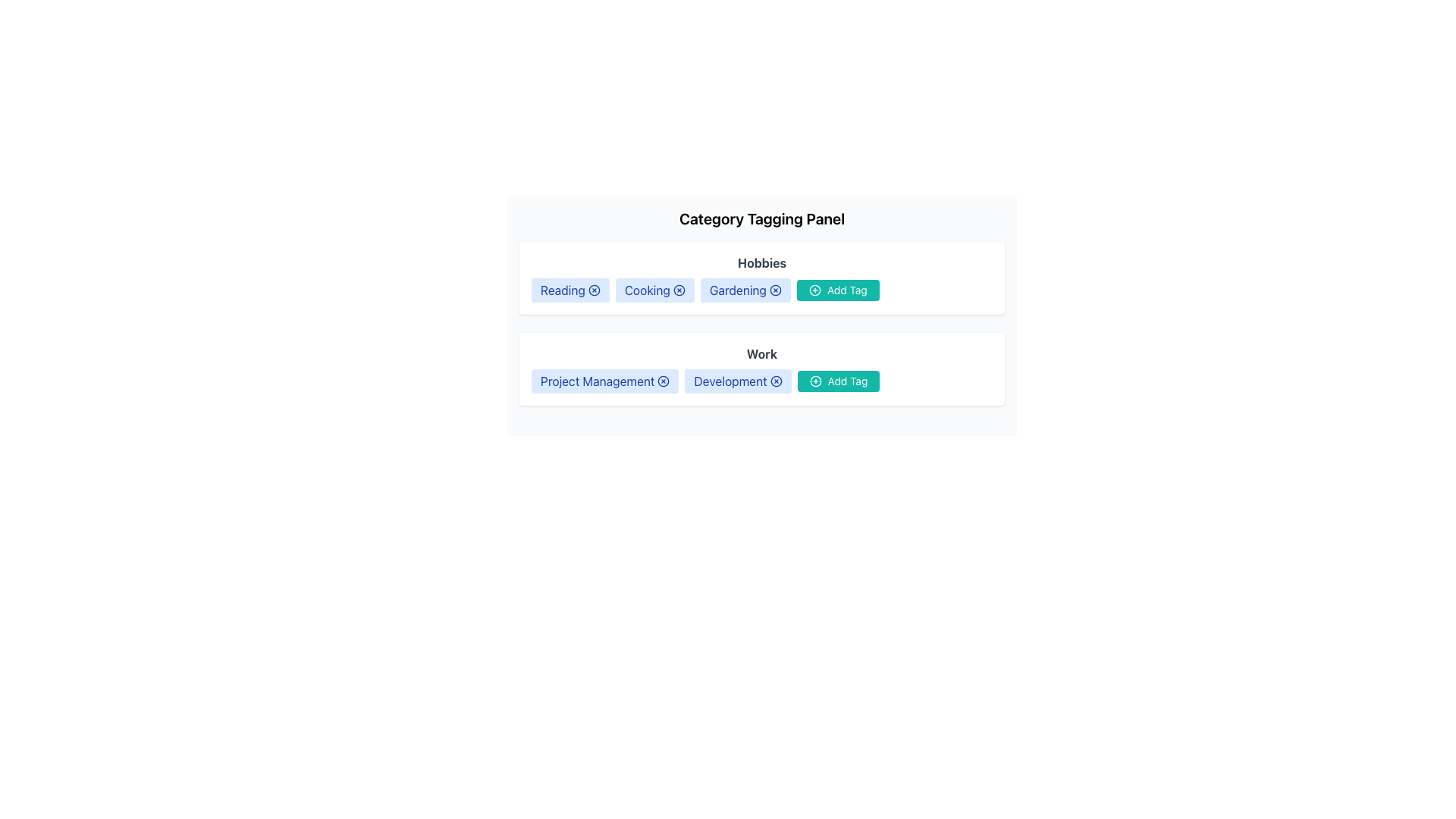  Describe the element at coordinates (814, 290) in the screenshot. I see `the addition icon located to the left of the 'Add Tag' button` at that location.